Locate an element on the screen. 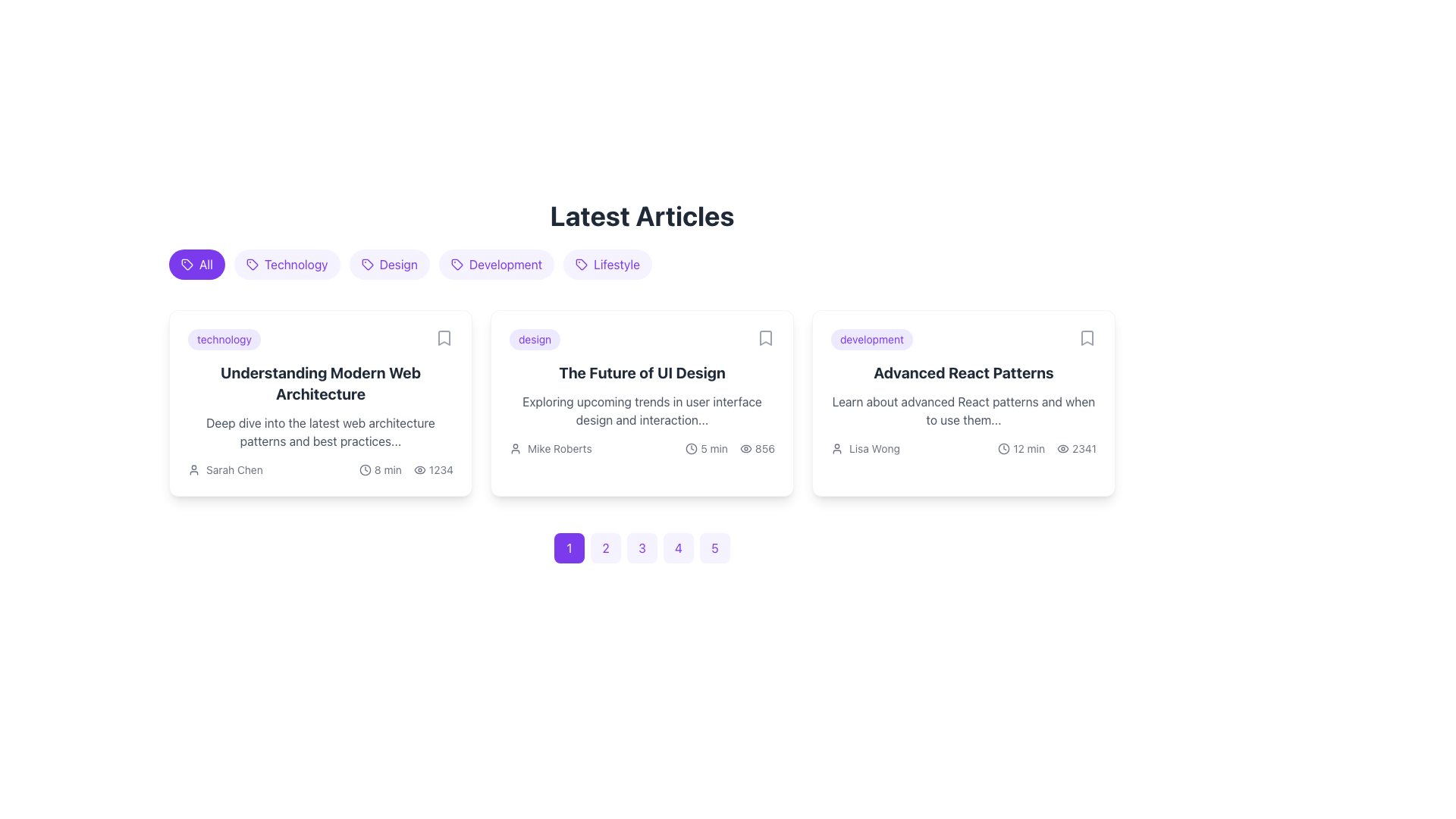 The width and height of the screenshot is (1456, 819). the selectable tag or category indicator text label located to the immediate right of the icon in the top-center area of the interface is located at coordinates (206, 263).